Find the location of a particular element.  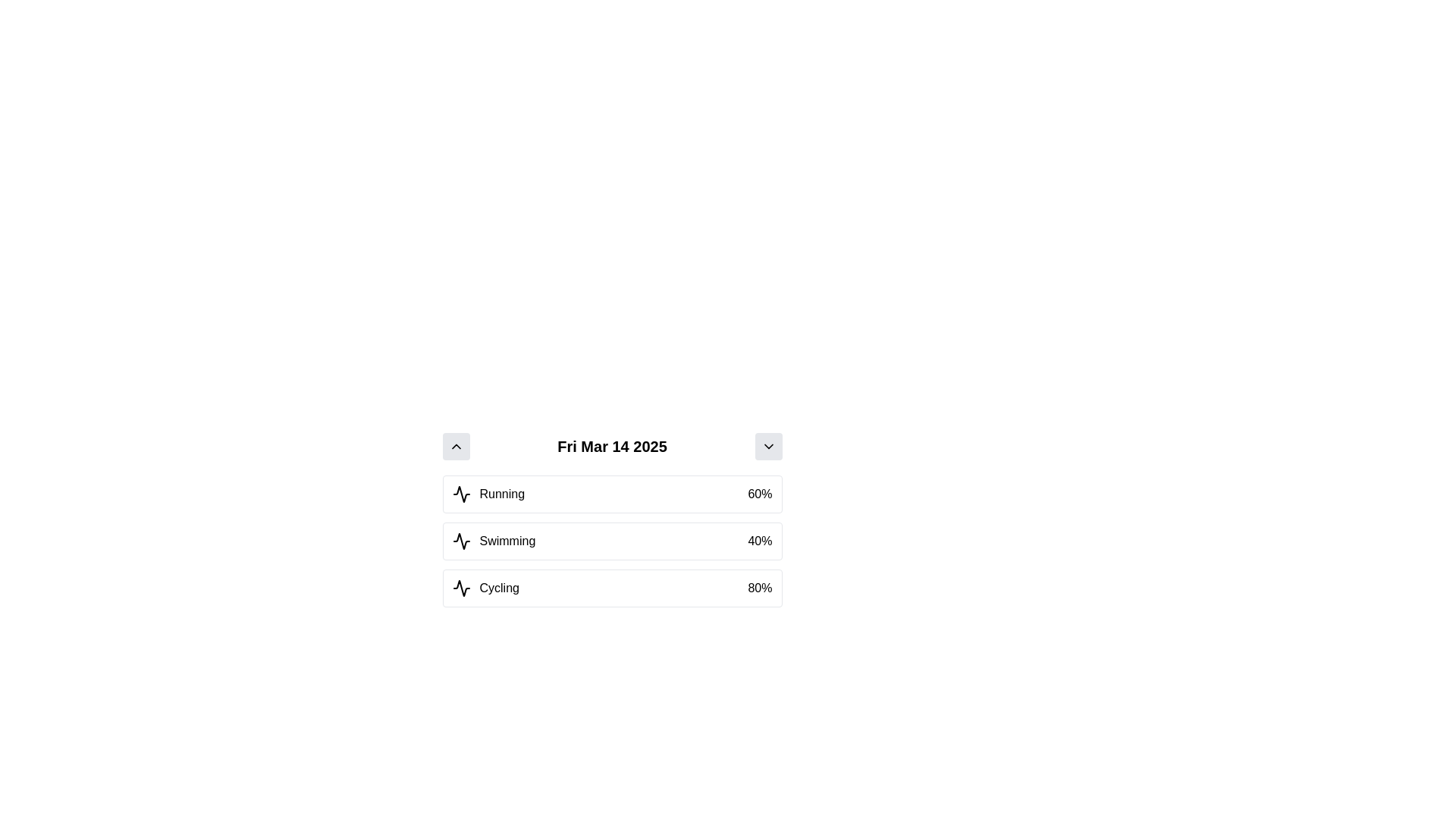

the zigzag line icon that represents a heartbeat or activity signal, located to the left of the 'Running' label in the list interface is located at coordinates (460, 494).